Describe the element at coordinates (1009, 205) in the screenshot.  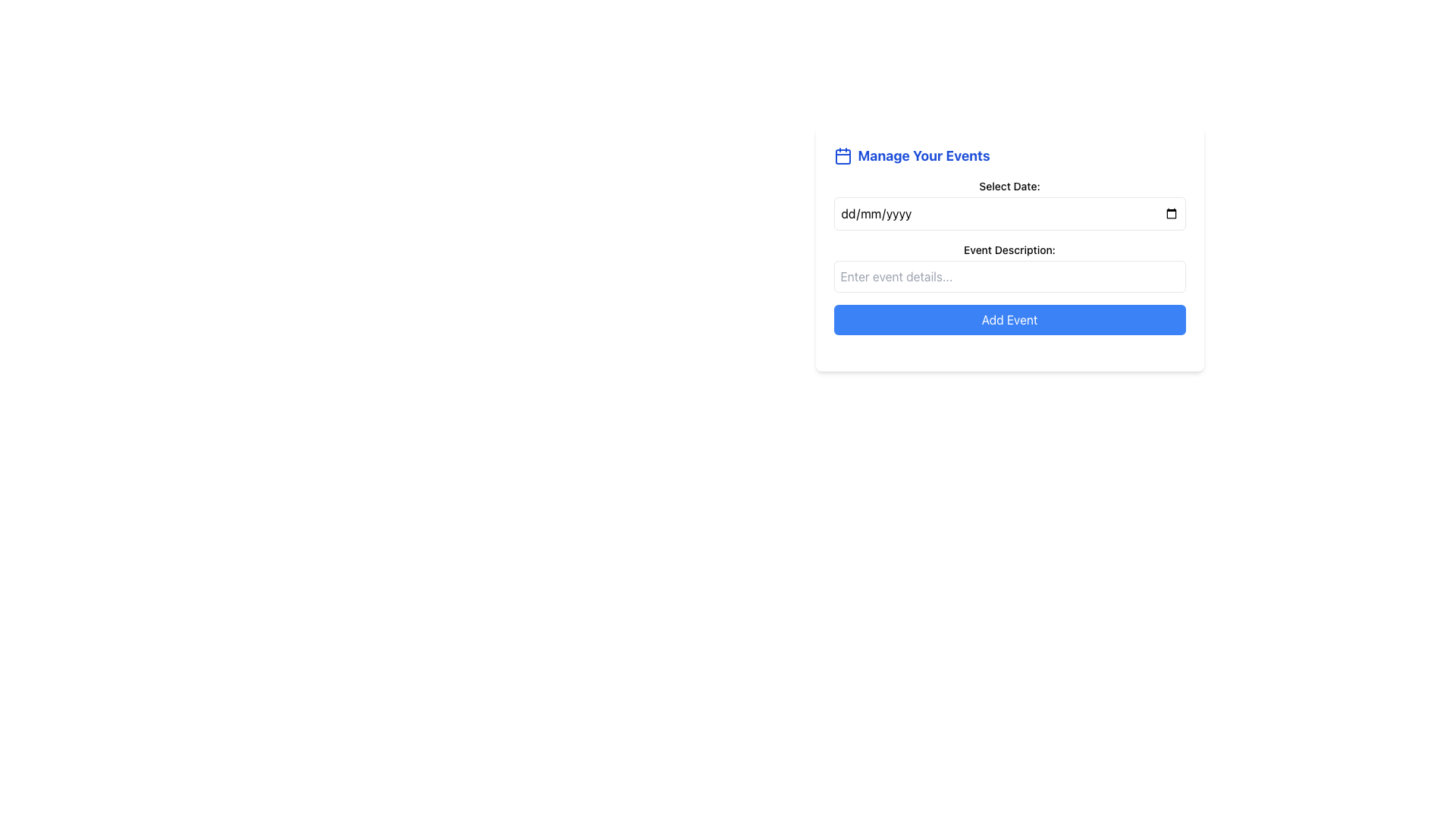
I see `the date input field located in the 'Manage Your Events' form, which is positioned above the 'Event Description:' section` at that location.